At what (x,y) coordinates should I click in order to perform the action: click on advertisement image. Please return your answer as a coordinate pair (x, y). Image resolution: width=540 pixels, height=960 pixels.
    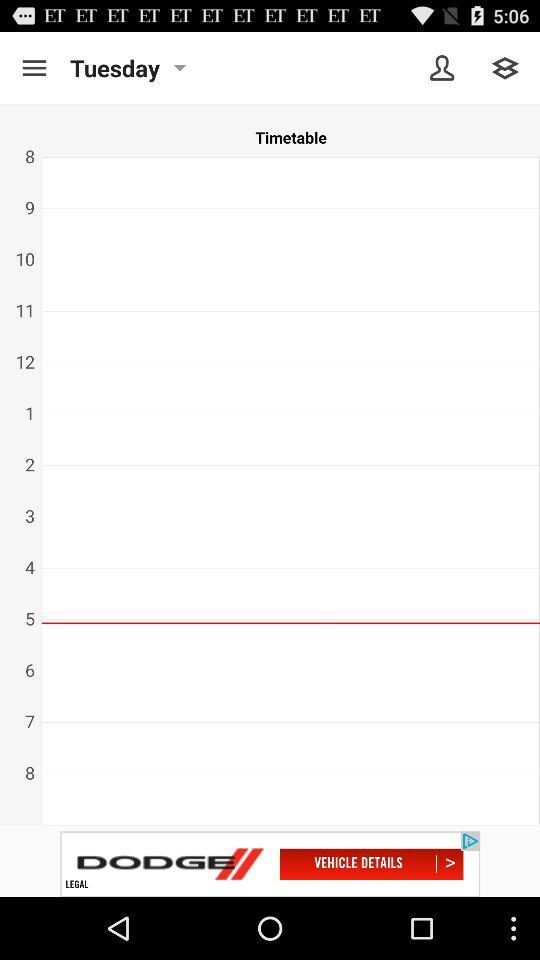
    Looking at the image, I should click on (270, 863).